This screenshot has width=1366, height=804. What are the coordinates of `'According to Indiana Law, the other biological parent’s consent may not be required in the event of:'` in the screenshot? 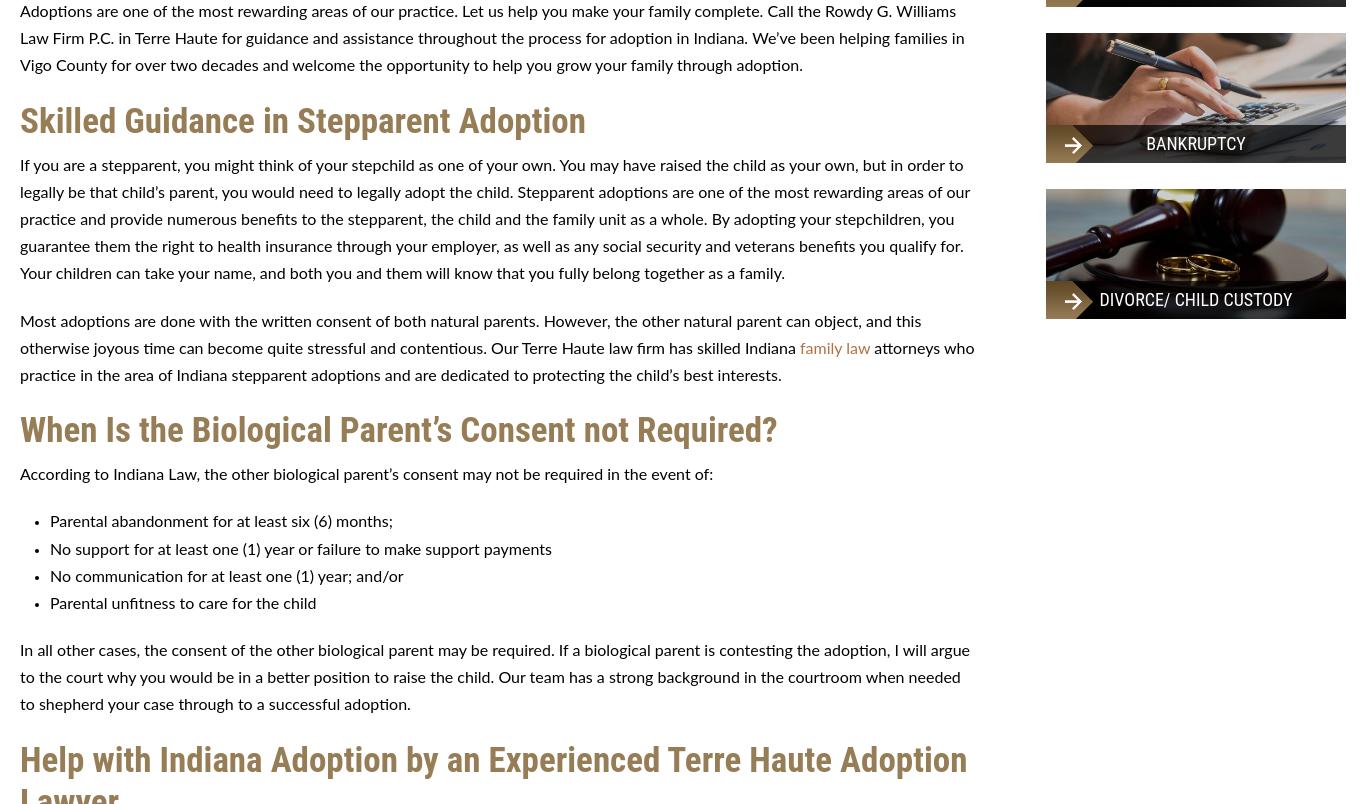 It's located at (365, 474).